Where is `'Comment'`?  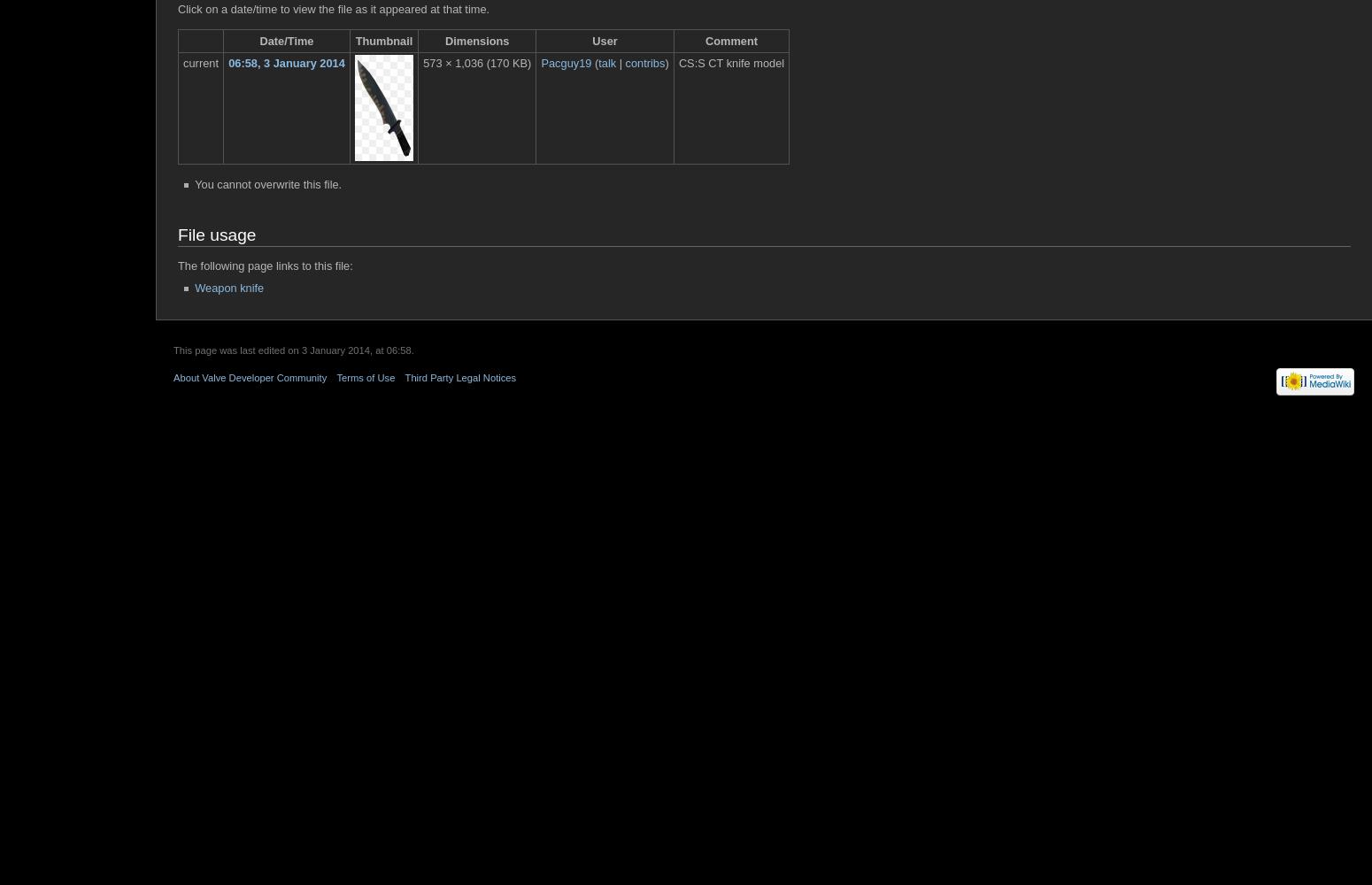 'Comment' is located at coordinates (729, 40).